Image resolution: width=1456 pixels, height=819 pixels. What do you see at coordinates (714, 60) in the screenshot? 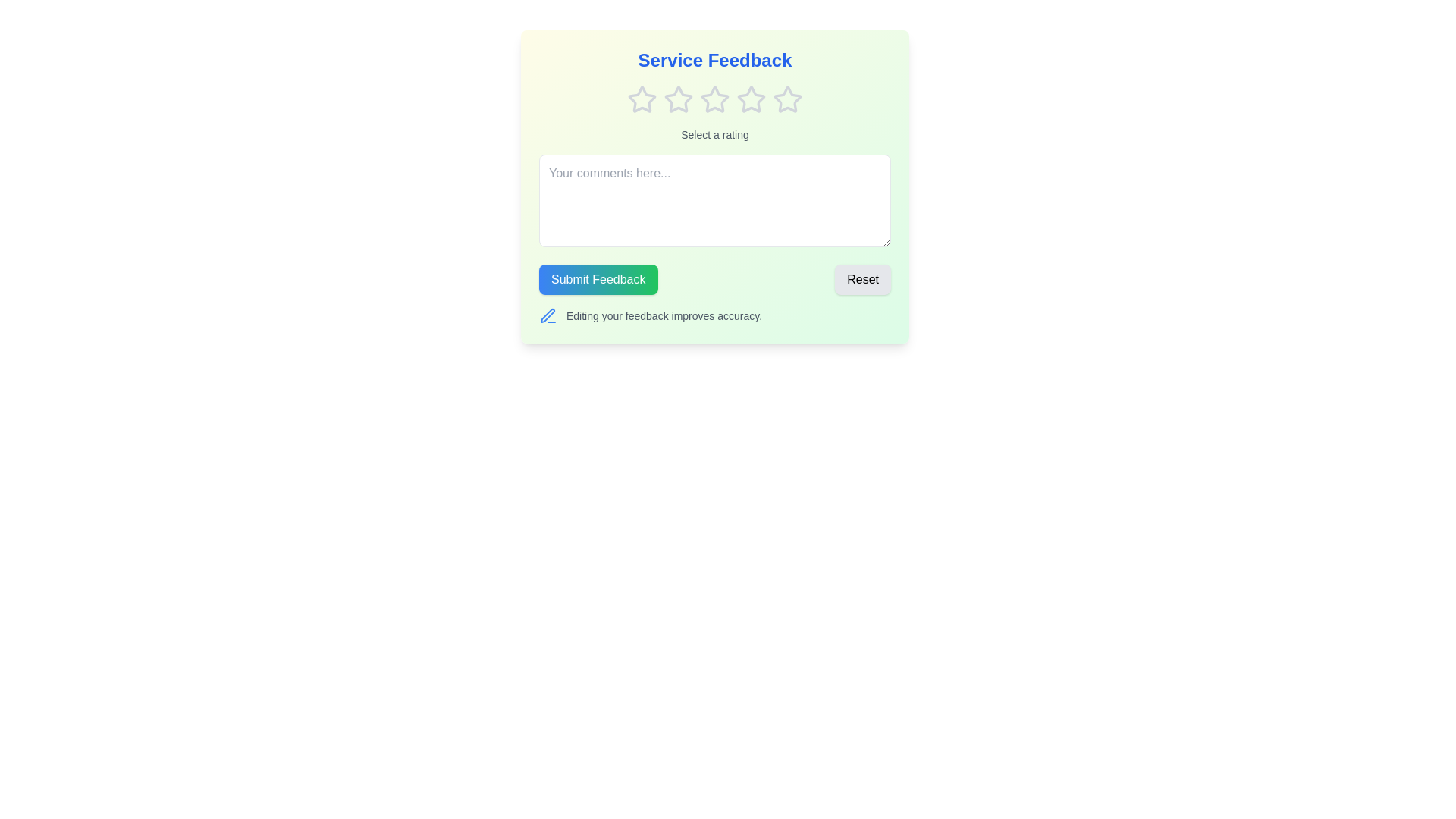
I see `the text label displaying 'Service Feedback', which is prominently featured at the top-center of the interface, above the star rating icons` at bounding box center [714, 60].